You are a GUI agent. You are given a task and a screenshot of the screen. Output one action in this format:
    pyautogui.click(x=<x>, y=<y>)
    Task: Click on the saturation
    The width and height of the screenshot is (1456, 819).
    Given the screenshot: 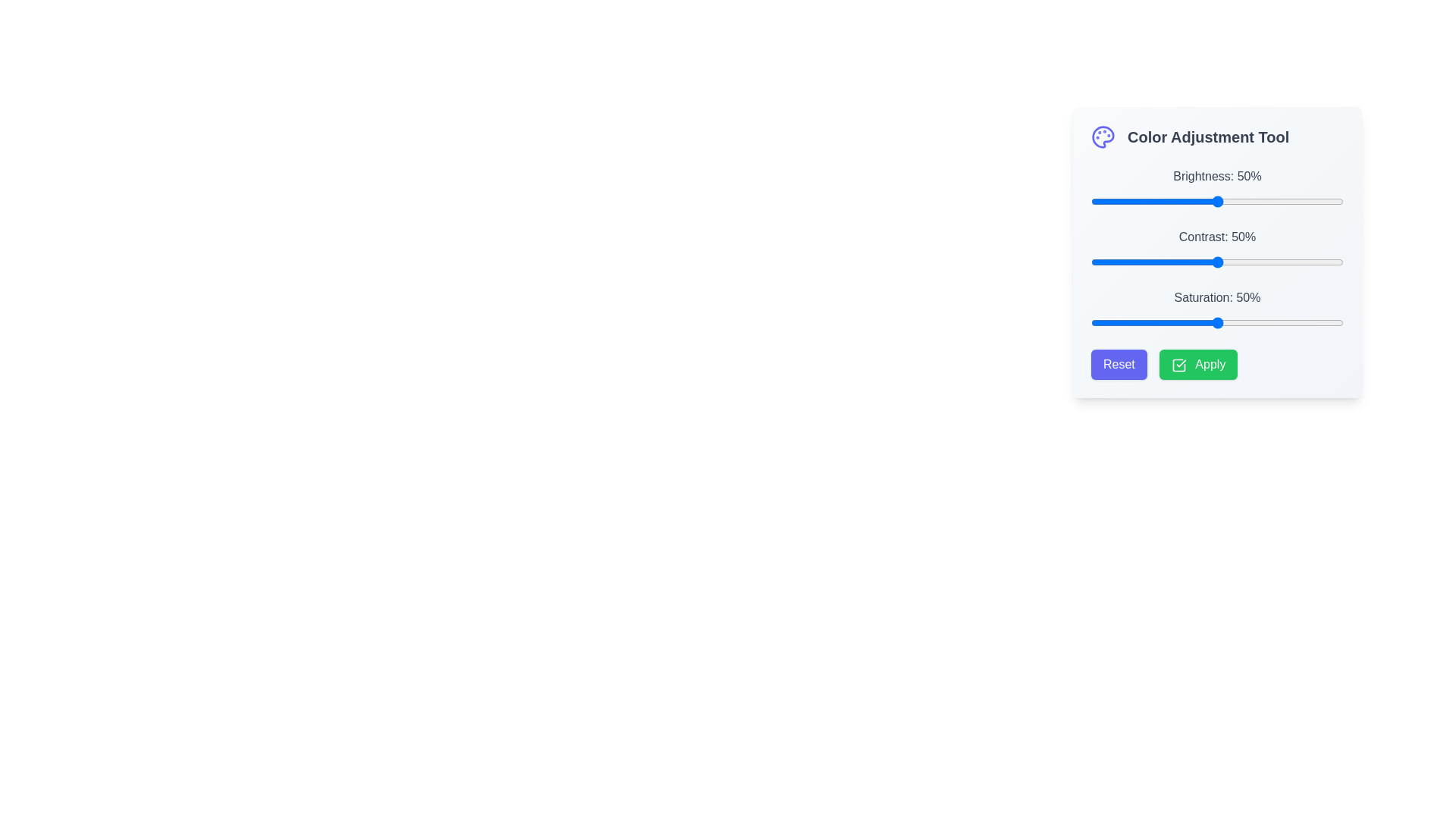 What is the action you would take?
    pyautogui.click(x=1161, y=322)
    